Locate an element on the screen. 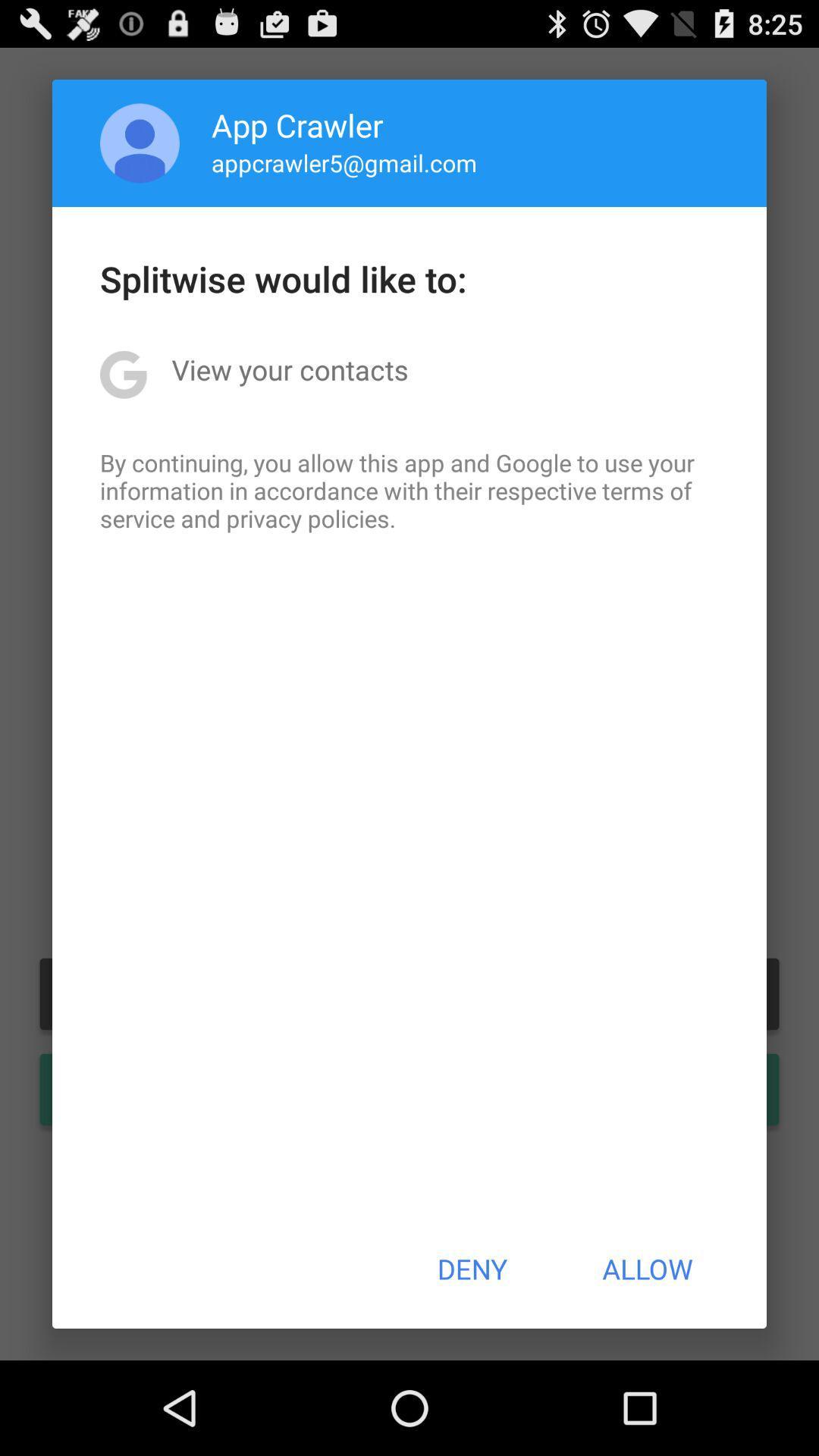 This screenshot has width=819, height=1456. app above splitwise would like is located at coordinates (344, 162).